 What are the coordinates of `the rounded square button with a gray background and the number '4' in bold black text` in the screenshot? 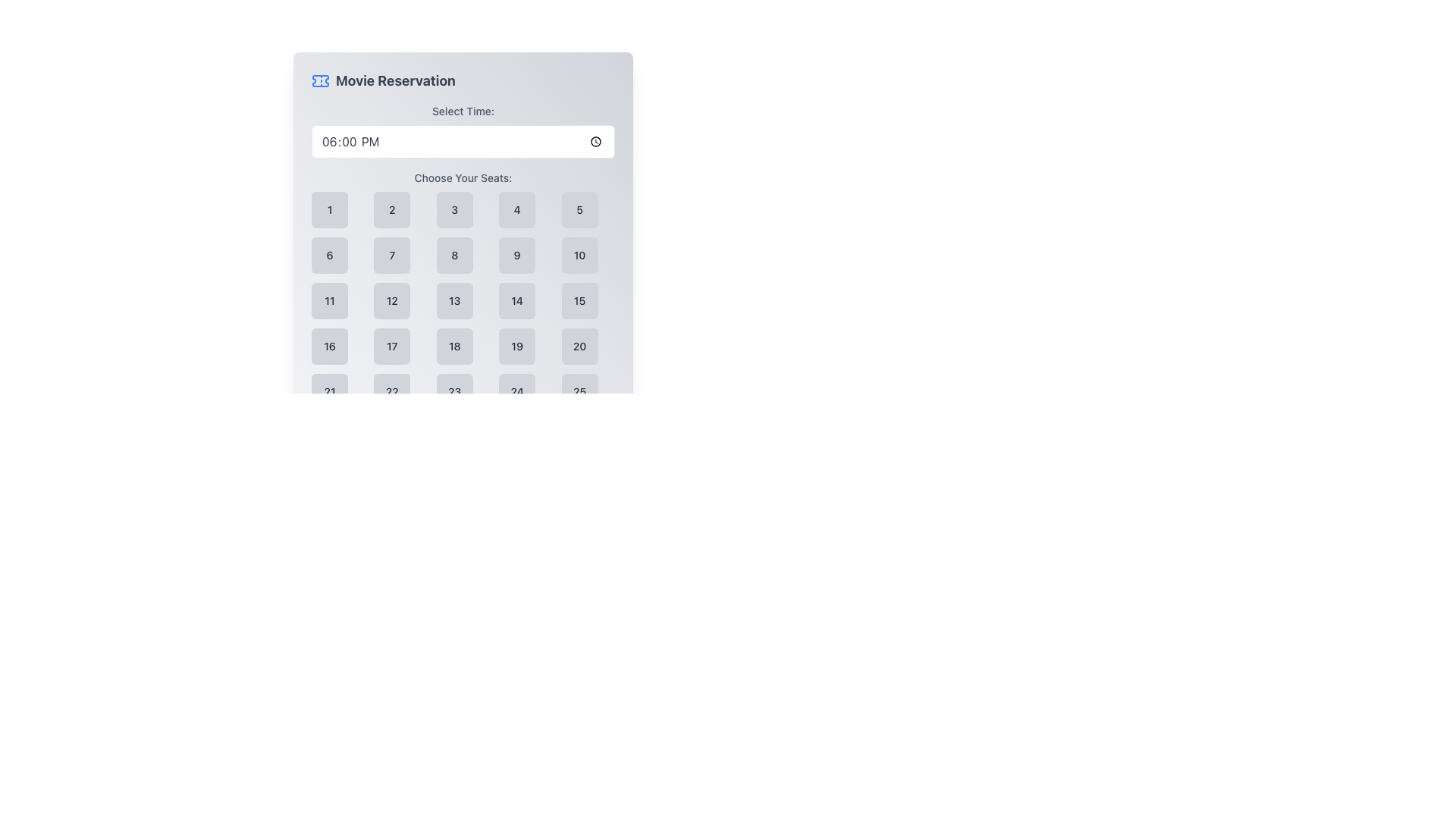 It's located at (517, 210).